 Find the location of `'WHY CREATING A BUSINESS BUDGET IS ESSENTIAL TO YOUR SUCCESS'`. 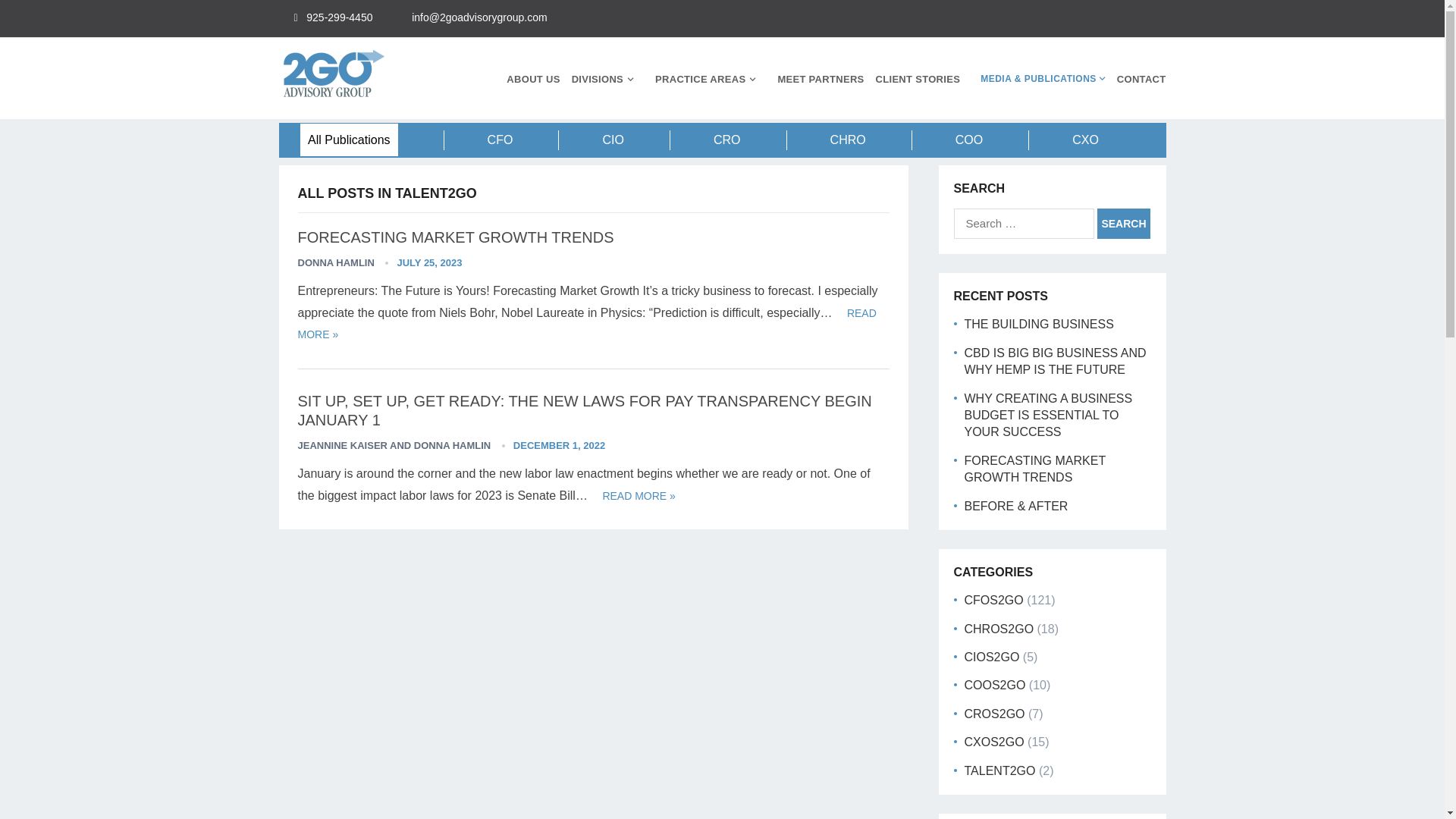

'WHY CREATING A BUSINESS BUDGET IS ESSENTIAL TO YOUR SUCCESS' is located at coordinates (1047, 415).